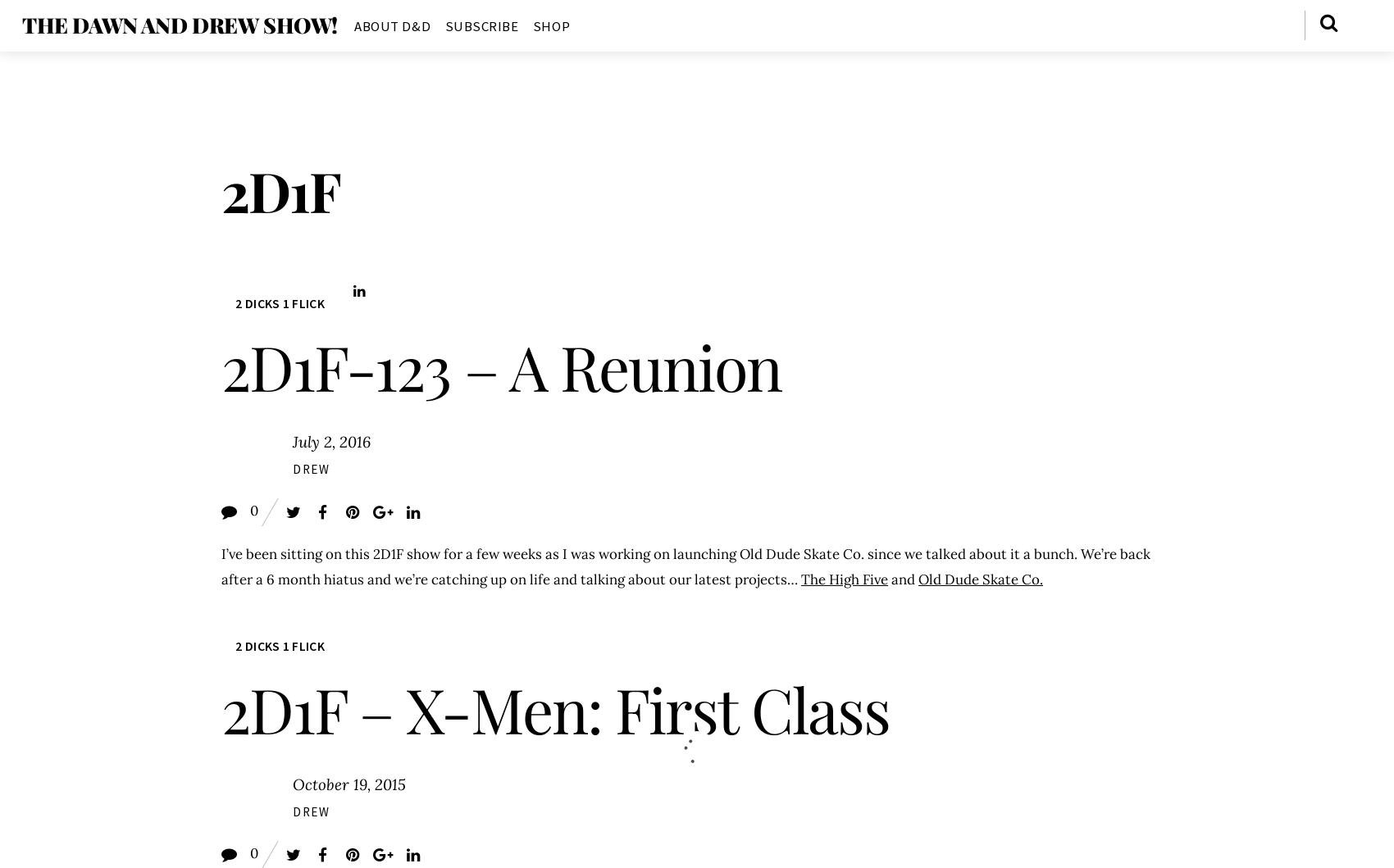 Image resolution: width=1394 pixels, height=868 pixels. I want to click on 'July 2, 2016', so click(330, 441).